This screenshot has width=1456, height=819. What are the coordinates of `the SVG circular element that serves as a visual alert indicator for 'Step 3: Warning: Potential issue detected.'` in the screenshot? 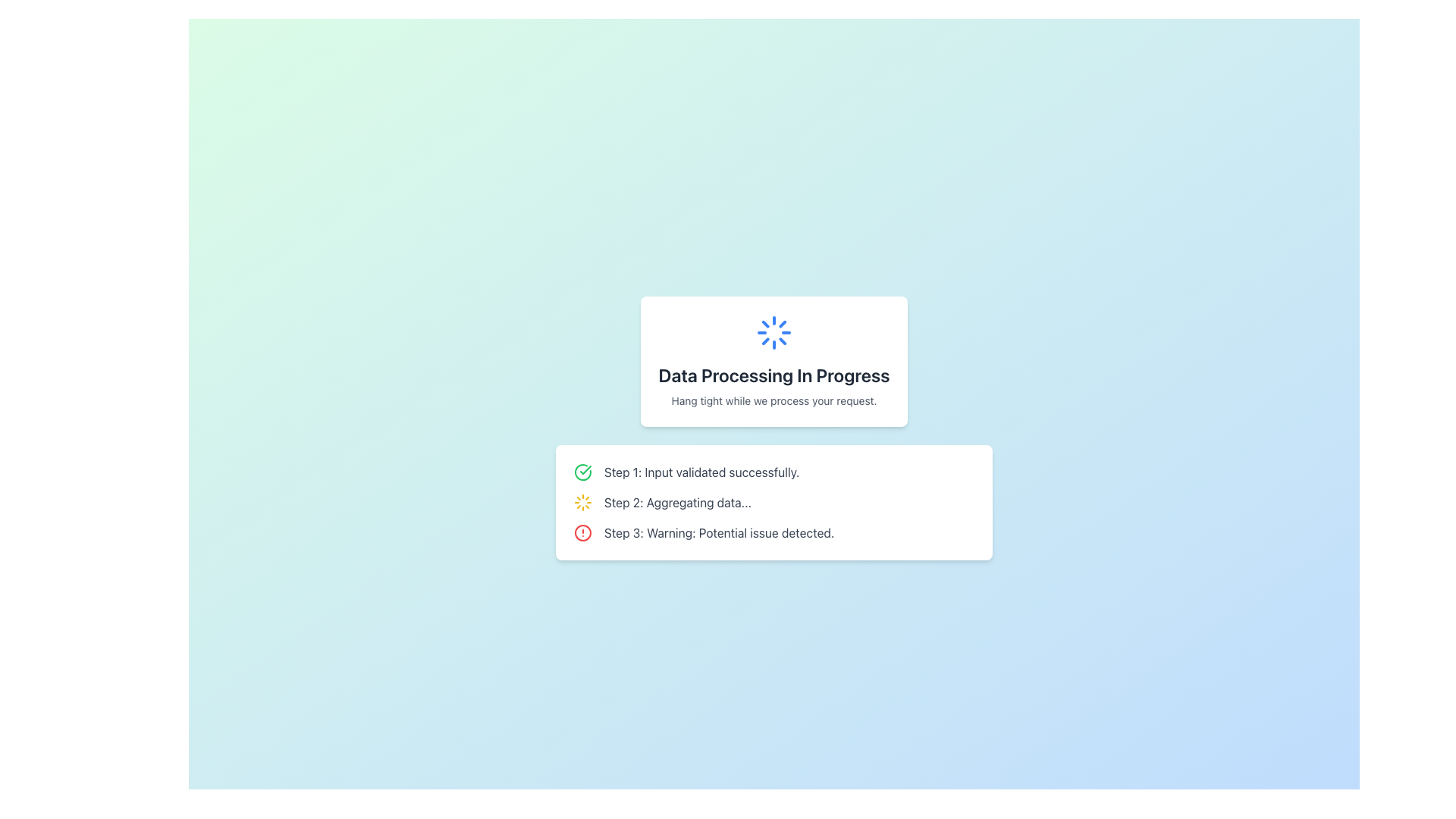 It's located at (582, 532).